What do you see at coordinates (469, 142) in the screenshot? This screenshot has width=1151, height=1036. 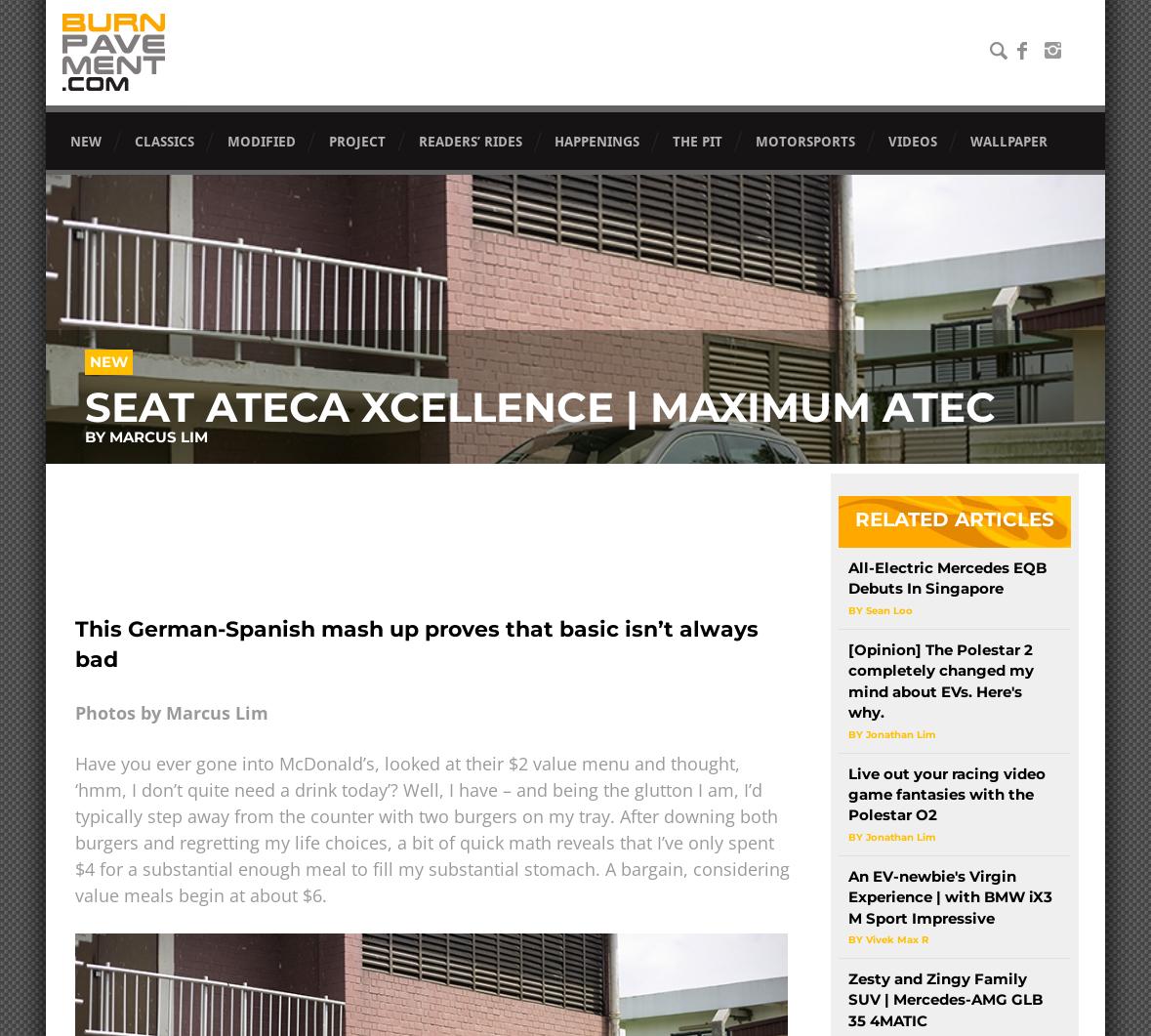 I see `'Readers’ Rides'` at bounding box center [469, 142].